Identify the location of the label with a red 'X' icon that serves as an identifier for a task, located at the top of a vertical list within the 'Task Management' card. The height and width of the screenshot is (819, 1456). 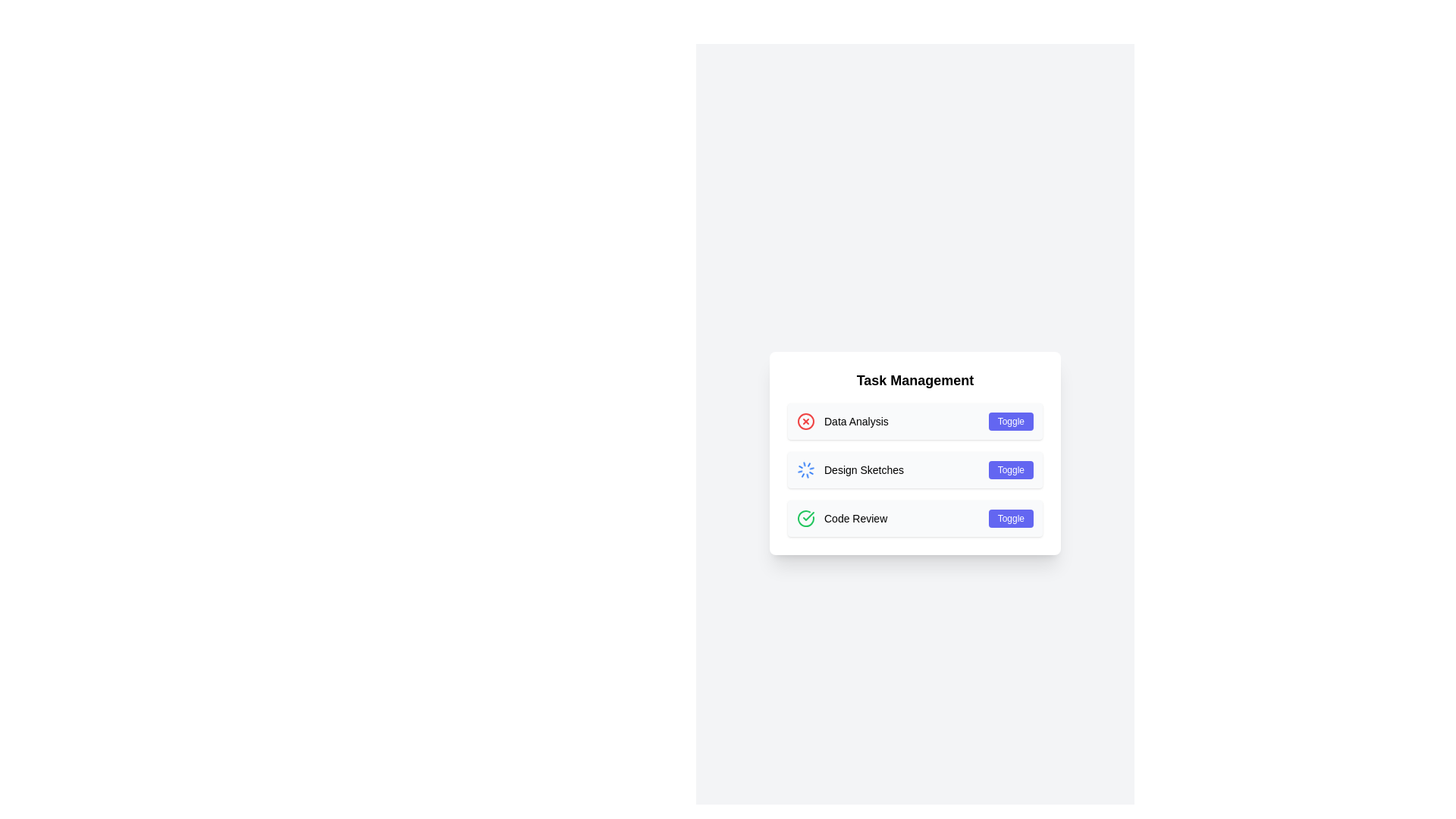
(842, 421).